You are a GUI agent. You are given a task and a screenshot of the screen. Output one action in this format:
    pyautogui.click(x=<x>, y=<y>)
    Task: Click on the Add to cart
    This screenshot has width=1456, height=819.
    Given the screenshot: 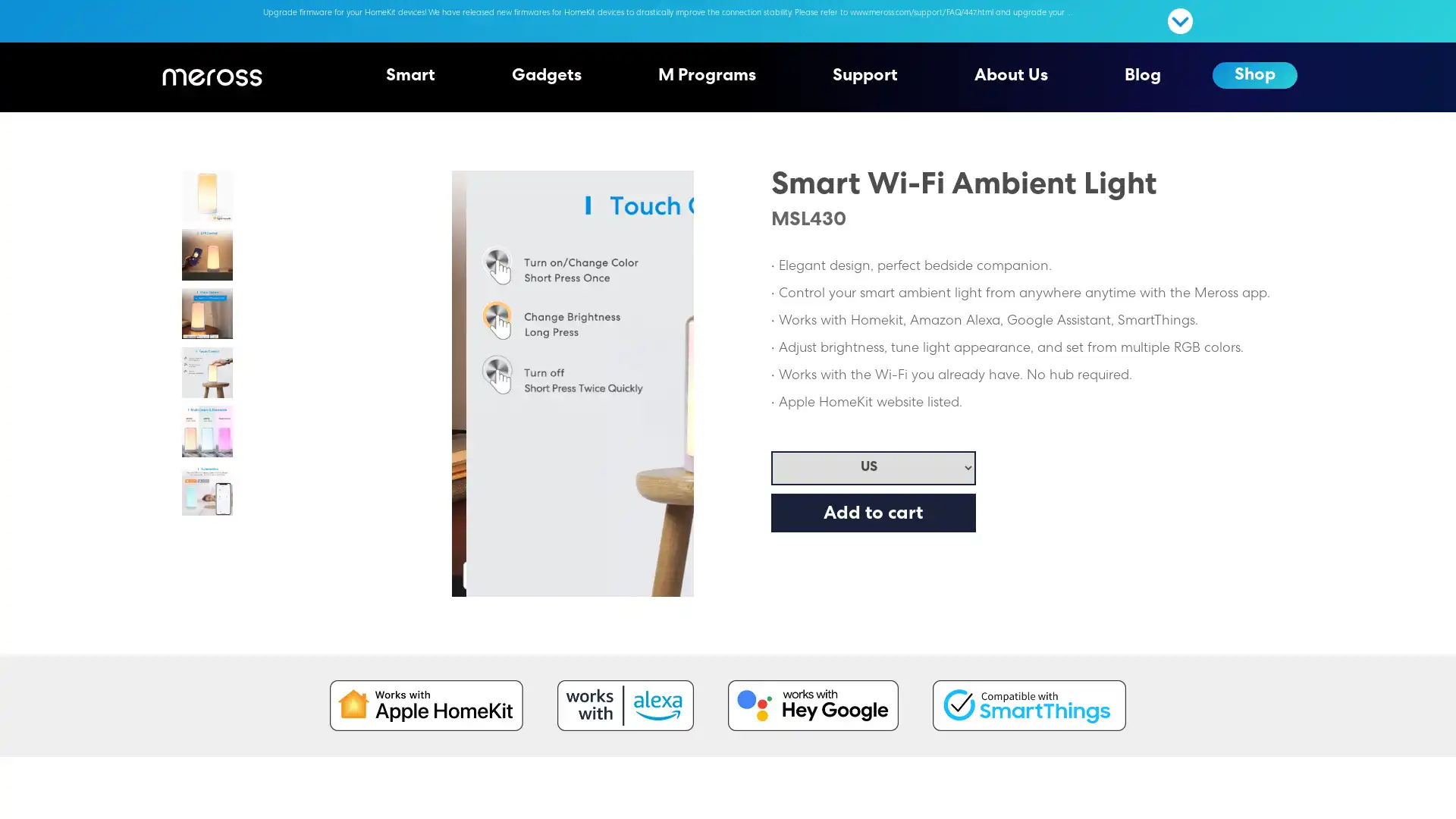 What is the action you would take?
    pyautogui.click(x=873, y=512)
    